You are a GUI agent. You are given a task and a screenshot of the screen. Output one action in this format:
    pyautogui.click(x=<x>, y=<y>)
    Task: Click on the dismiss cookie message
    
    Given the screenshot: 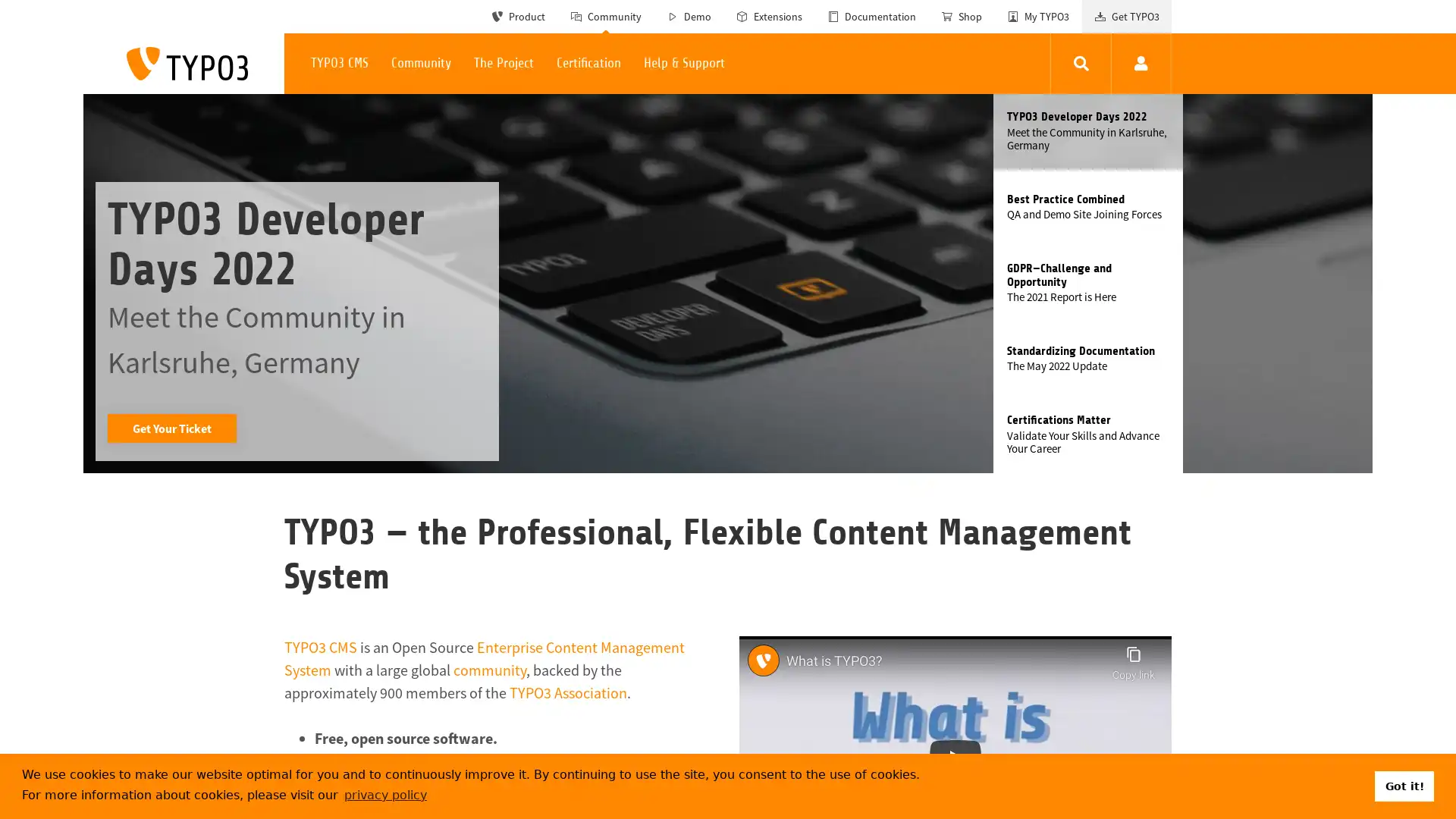 What is the action you would take?
    pyautogui.click(x=1404, y=785)
    